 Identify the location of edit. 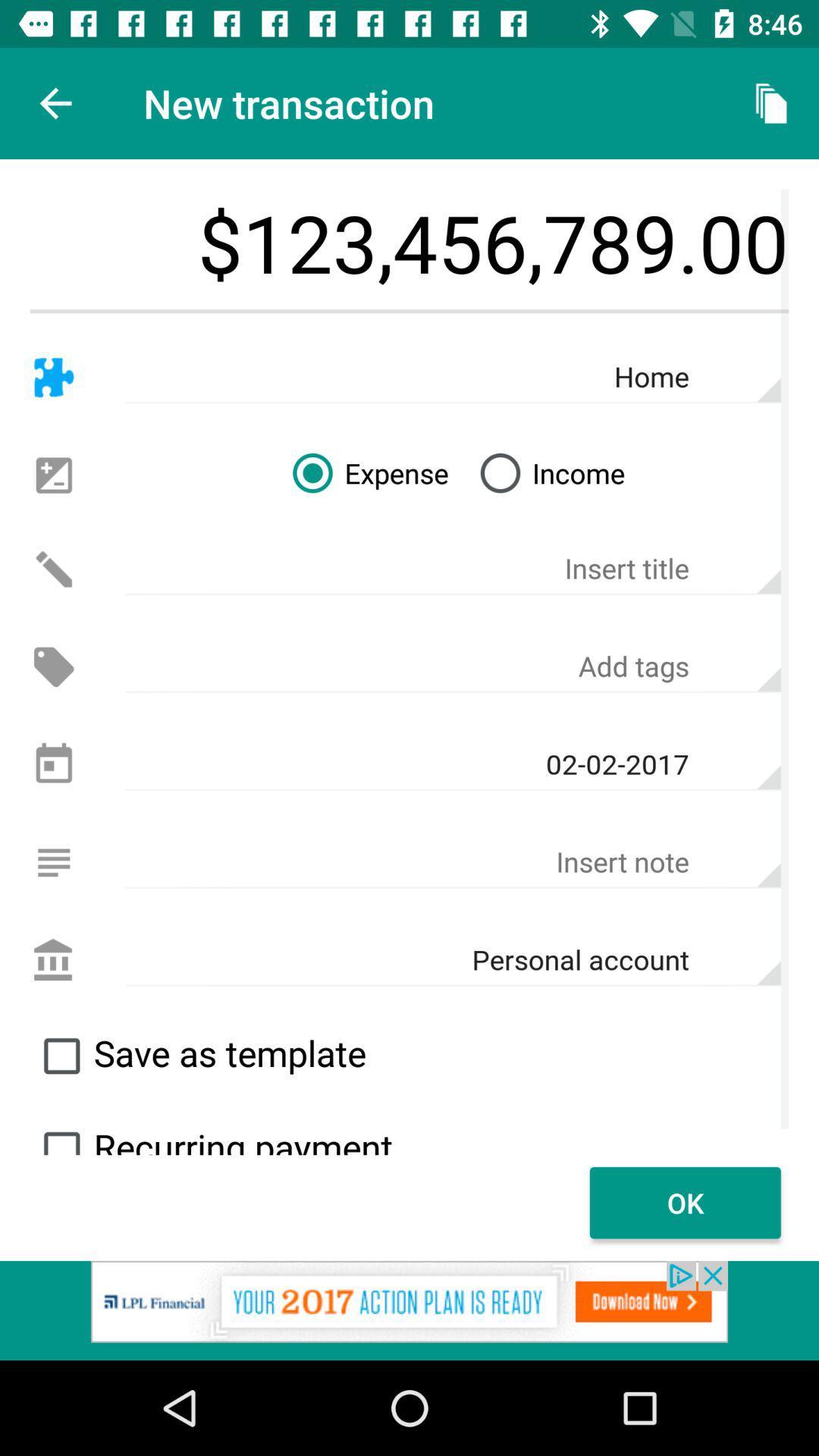
(53, 568).